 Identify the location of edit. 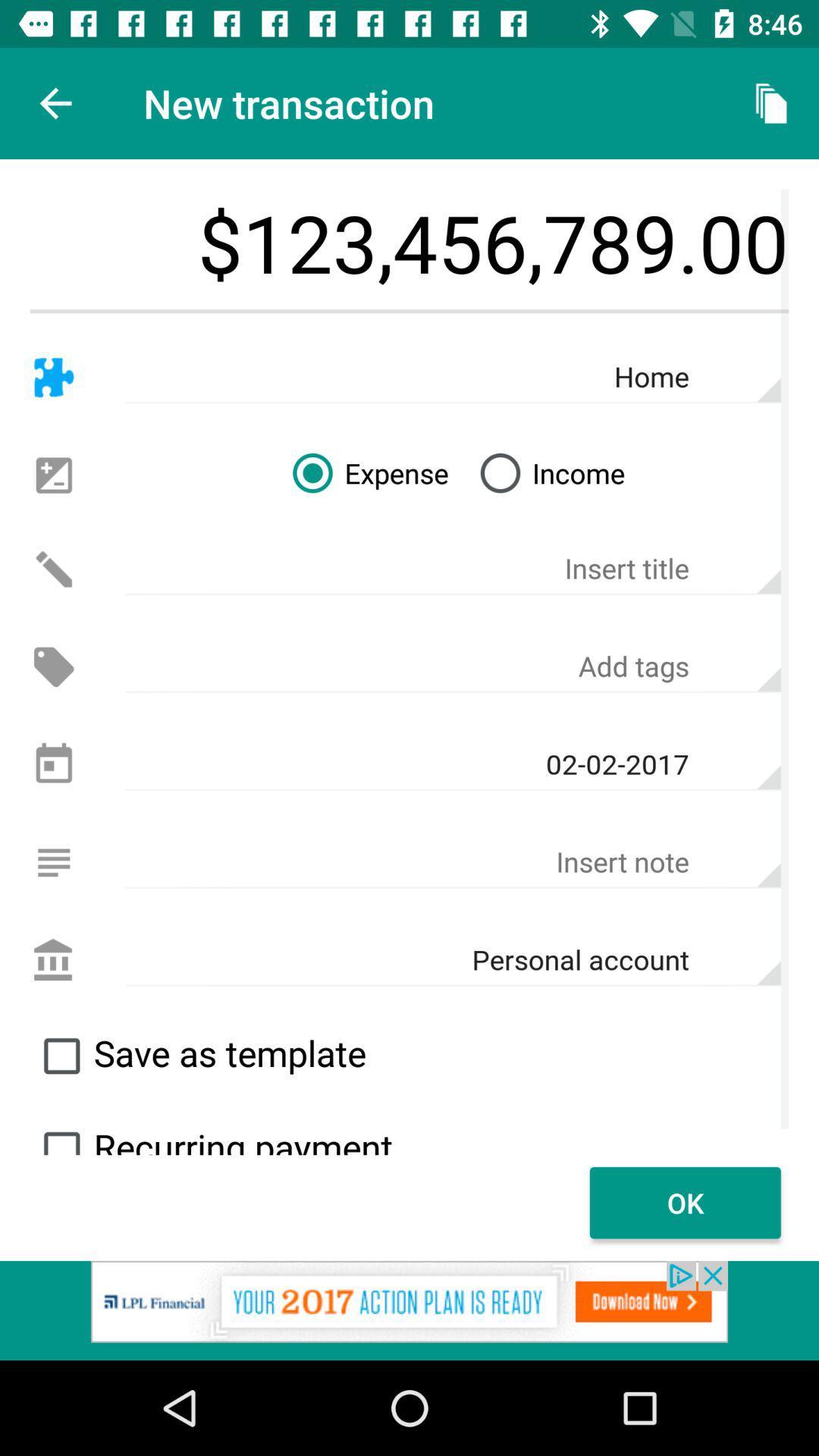
(53, 568).